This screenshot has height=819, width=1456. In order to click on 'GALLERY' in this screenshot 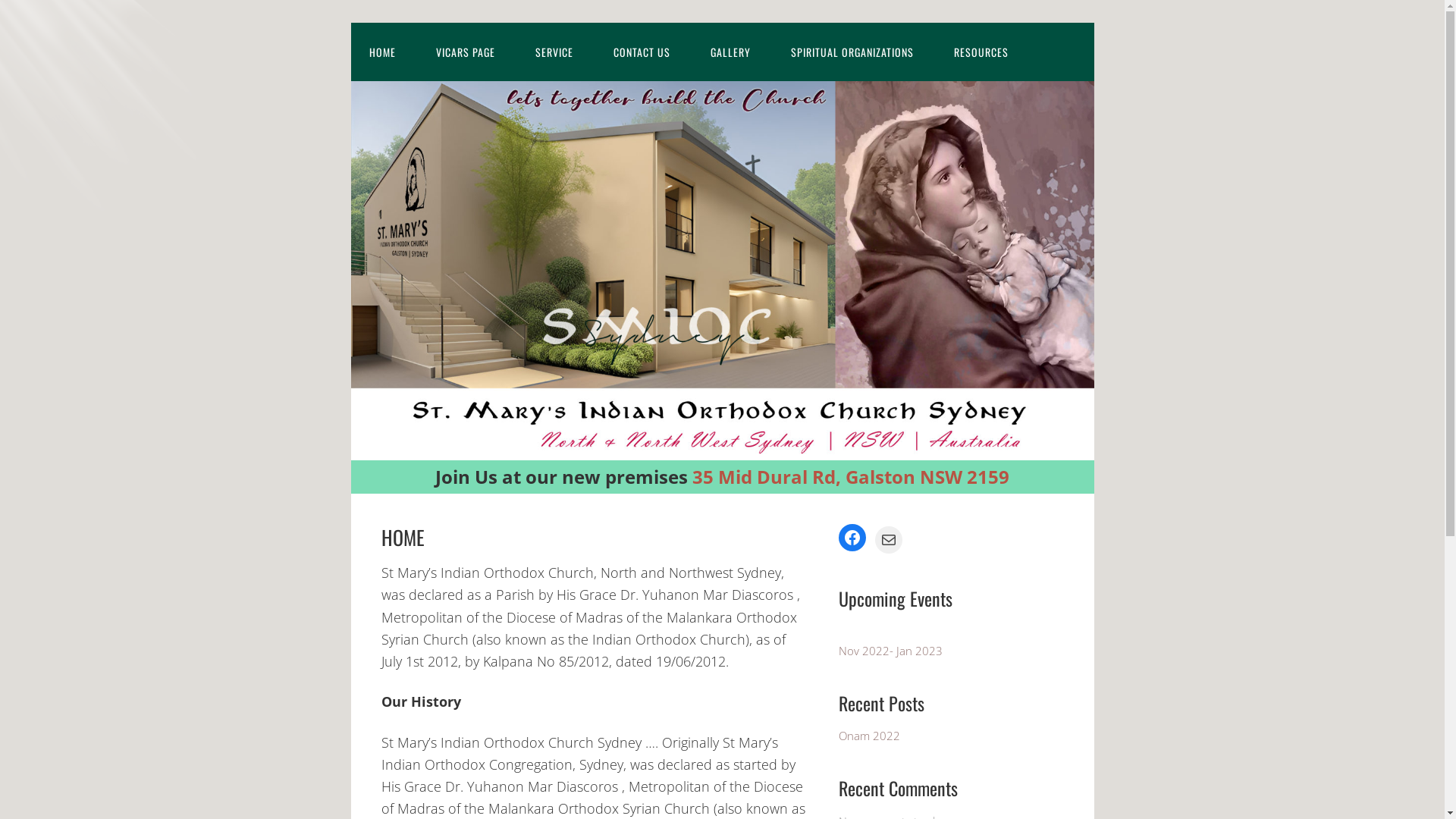, I will do `click(730, 51)`.